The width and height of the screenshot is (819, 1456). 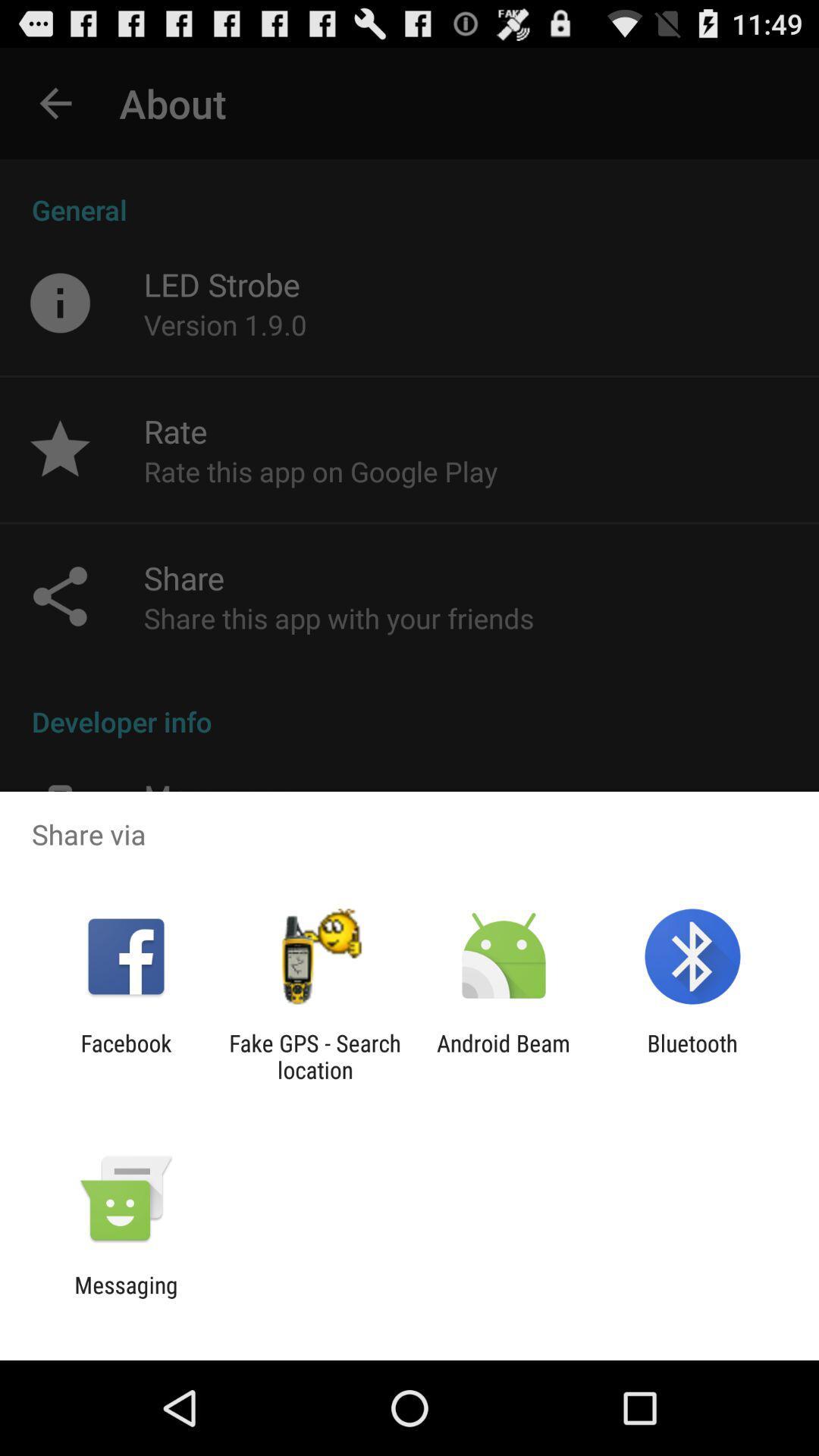 I want to click on the fake gps search icon, so click(x=314, y=1056).